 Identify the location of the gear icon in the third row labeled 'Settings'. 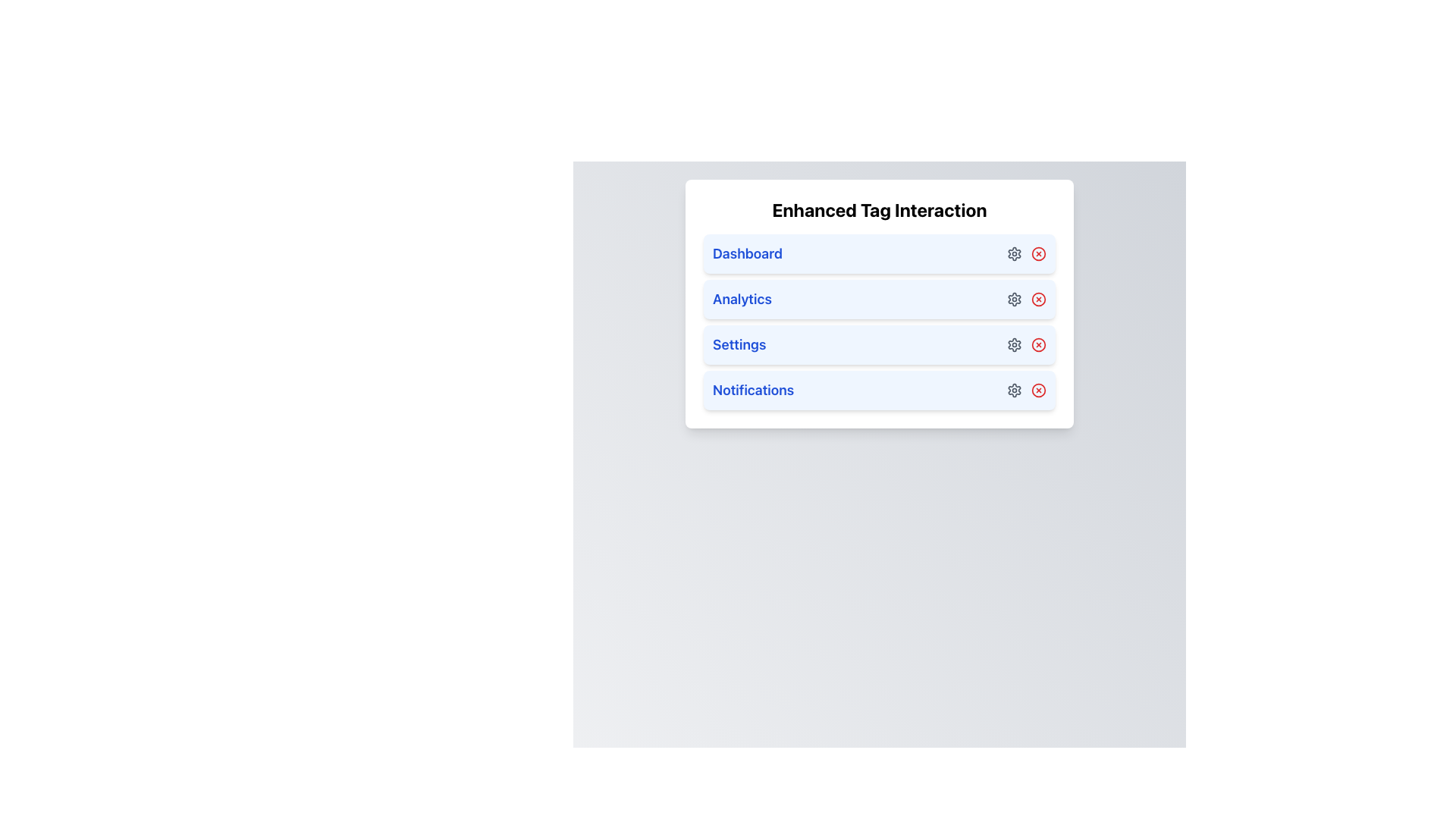
(1015, 345).